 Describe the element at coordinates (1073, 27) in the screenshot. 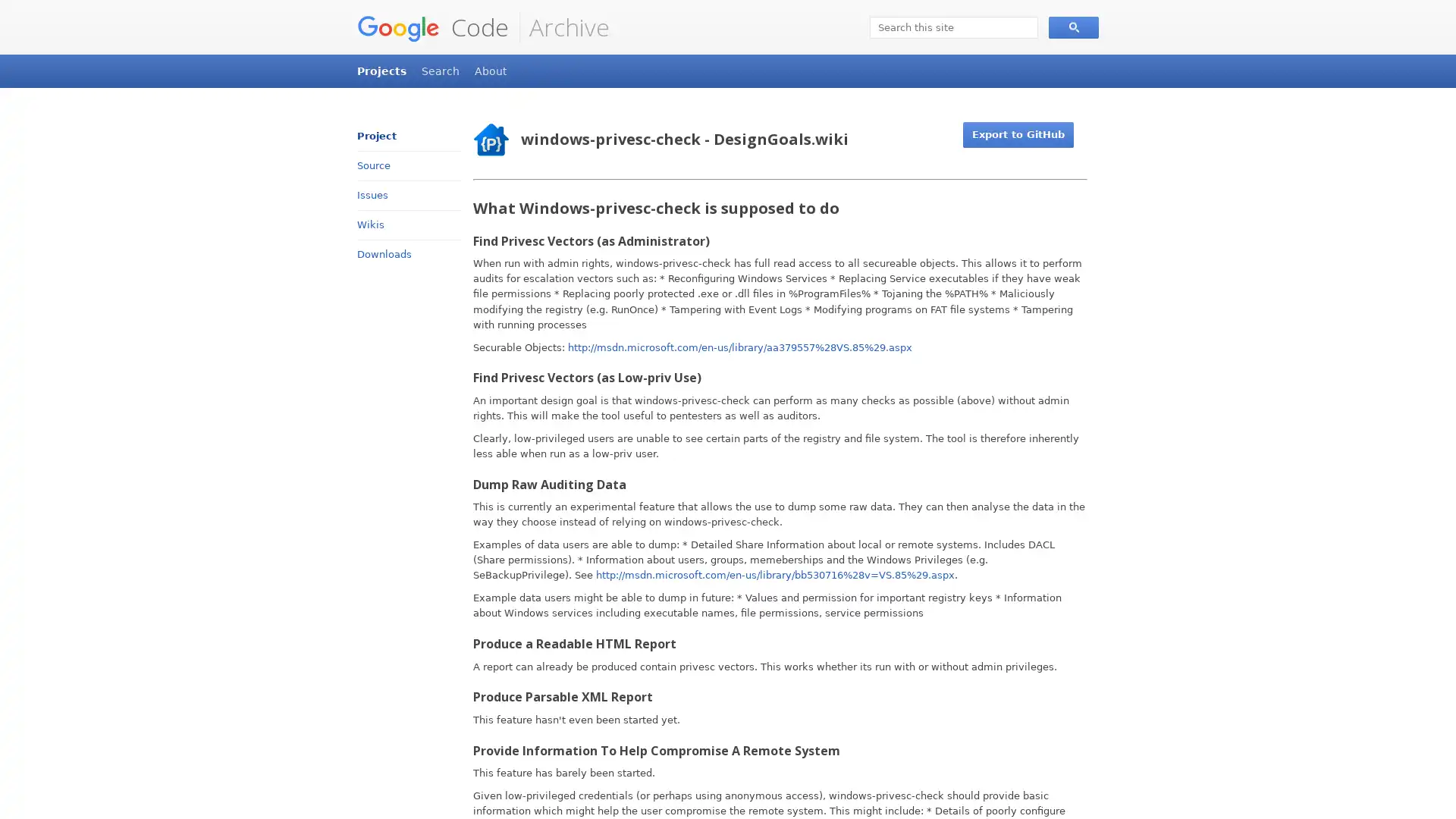

I see `Search` at that location.